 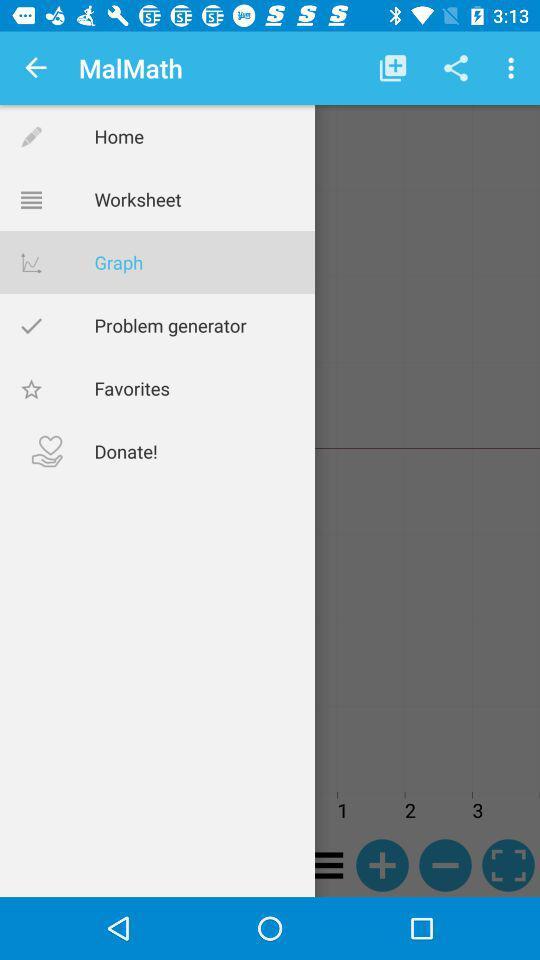 I want to click on the add icon, so click(x=382, y=864).